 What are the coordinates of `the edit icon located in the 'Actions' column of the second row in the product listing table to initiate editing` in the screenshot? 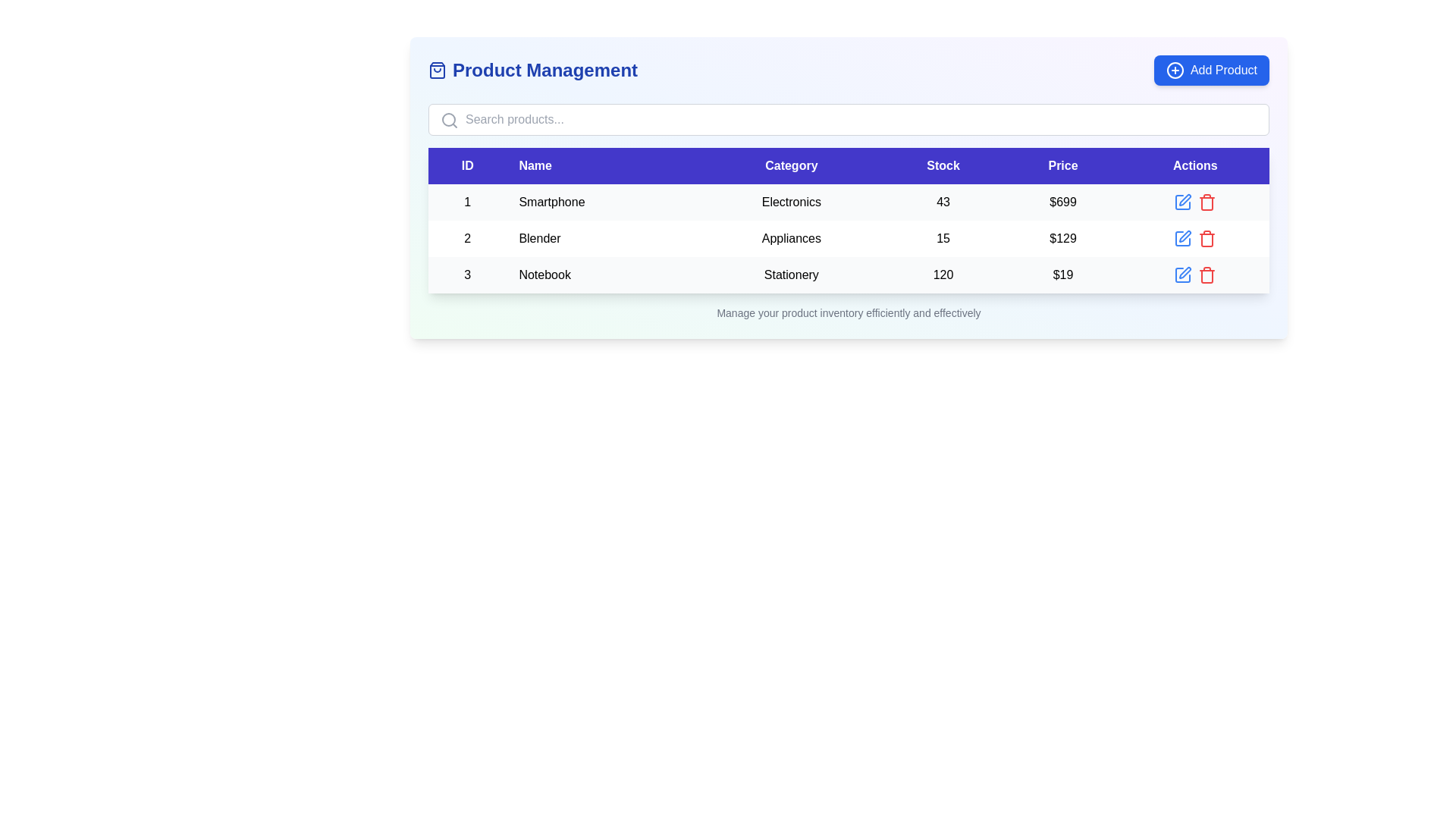 It's located at (1185, 237).